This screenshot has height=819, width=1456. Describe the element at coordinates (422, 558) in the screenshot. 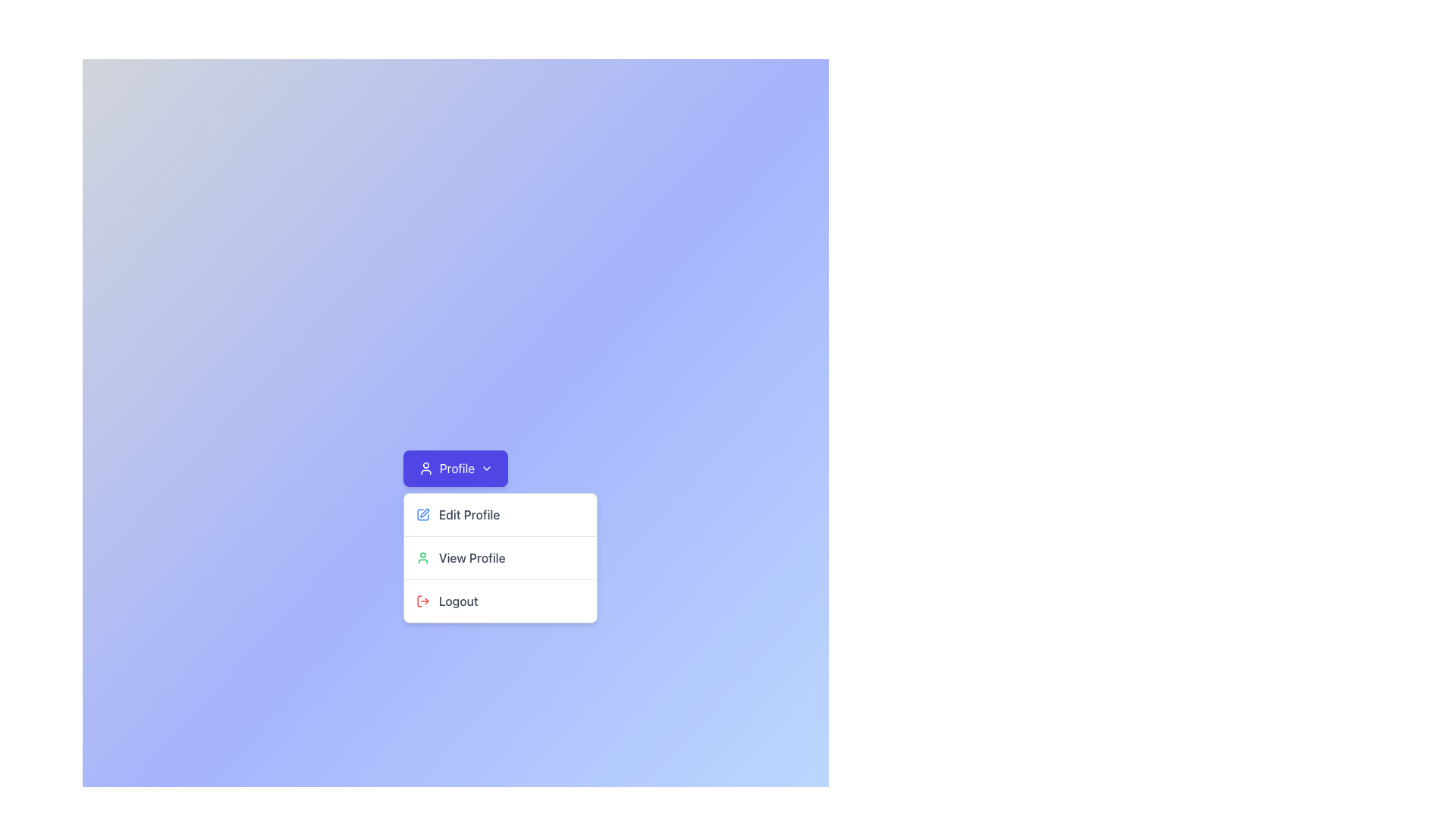

I see `the green icon representing the 'View Profile' action located in the dropdown menu below the 'Profile' button` at that location.